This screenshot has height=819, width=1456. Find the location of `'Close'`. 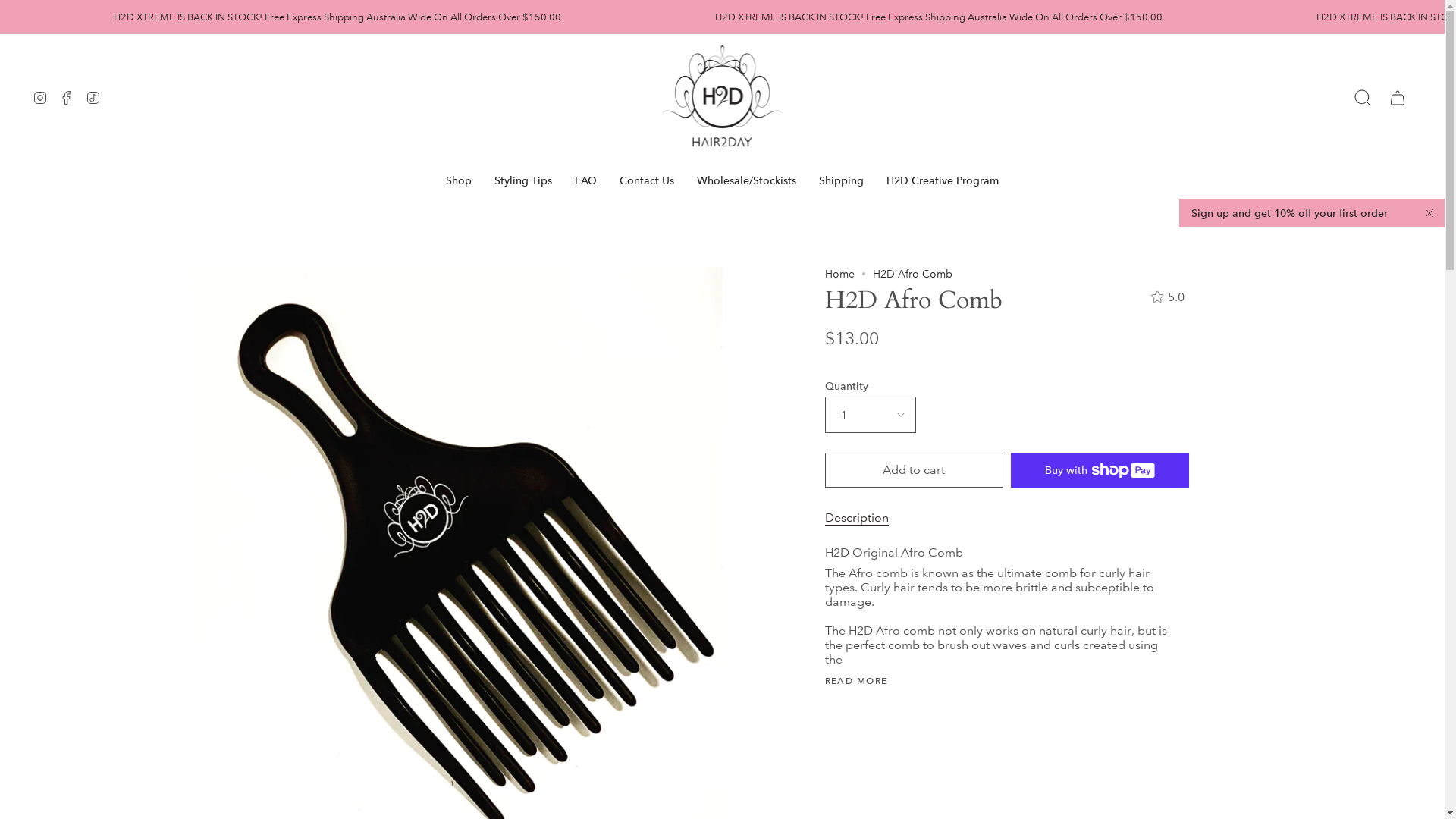

'Close' is located at coordinates (1429, 213).